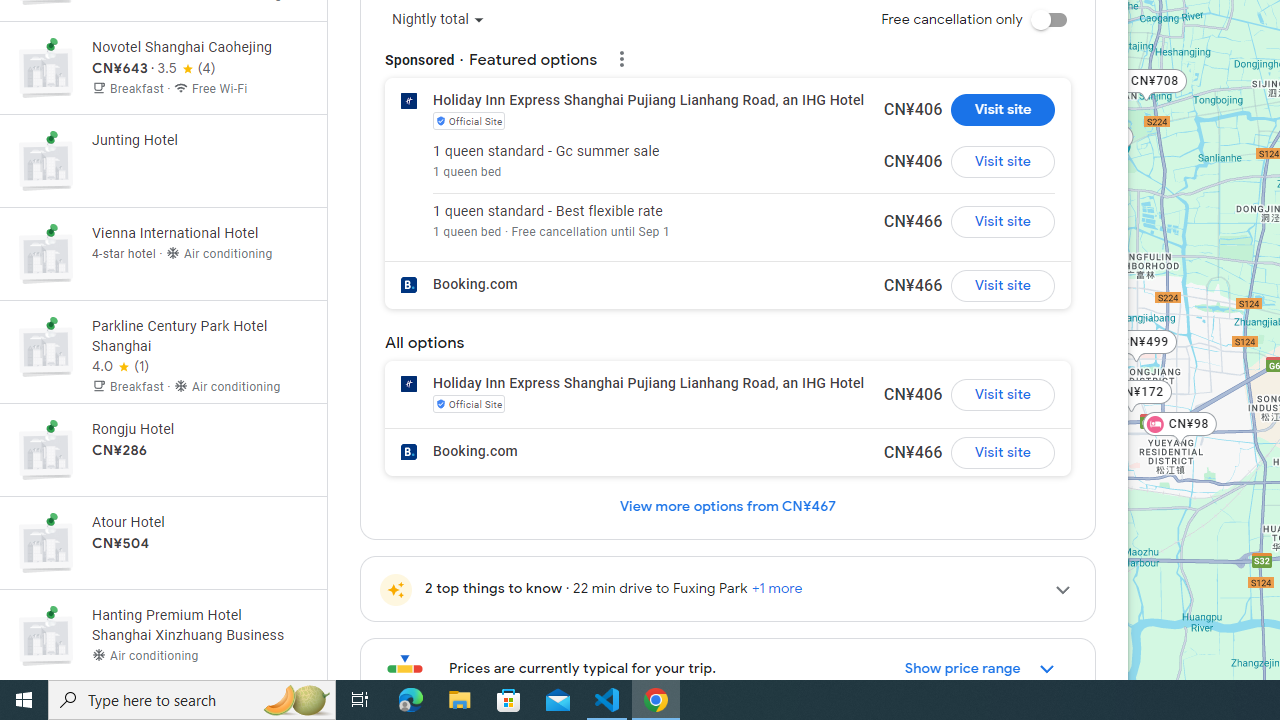 This screenshot has height=720, width=1280. What do you see at coordinates (619, 55) in the screenshot?
I see `'Open My Ad Center'` at bounding box center [619, 55].